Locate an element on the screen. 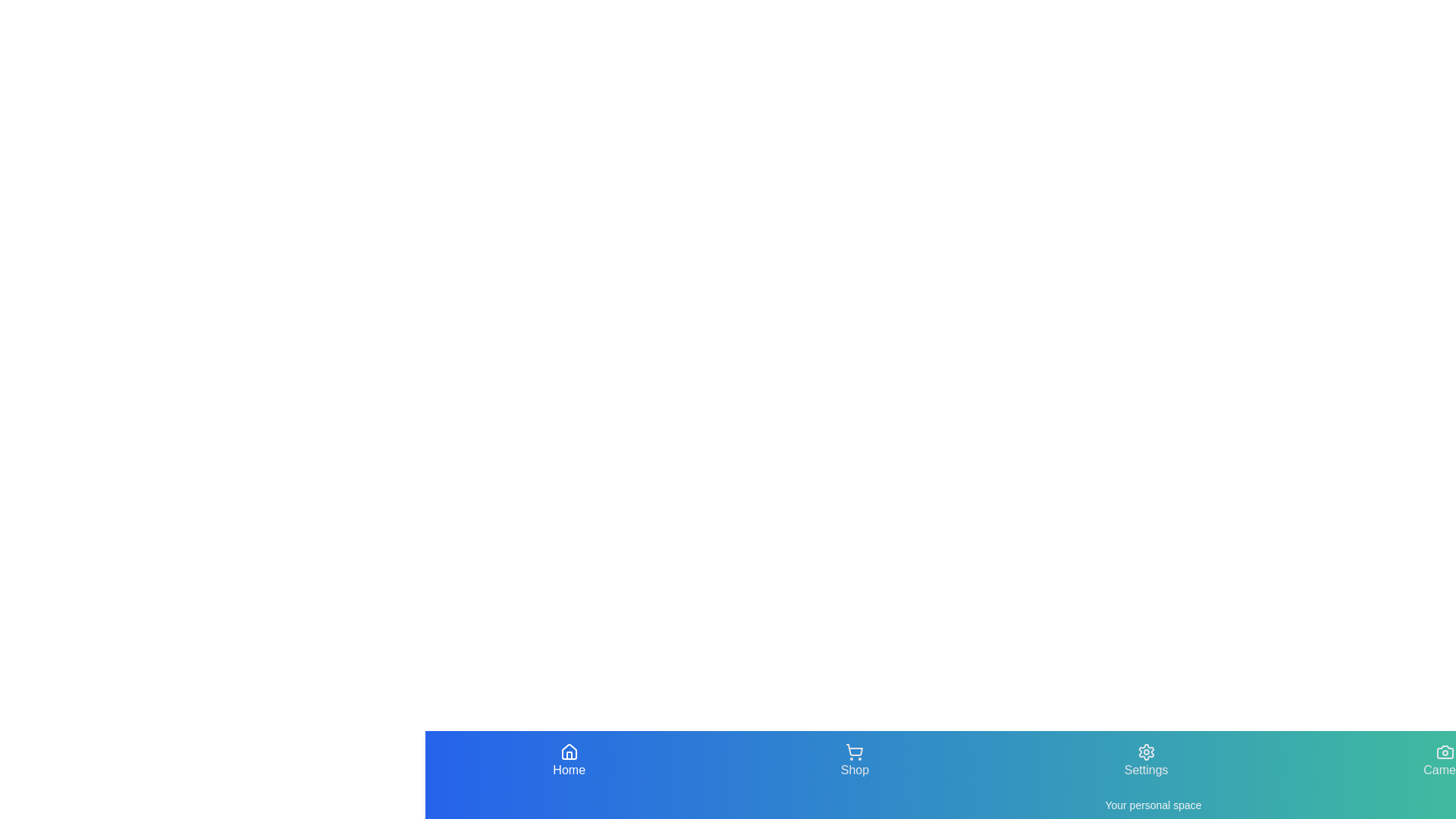 Image resolution: width=1456 pixels, height=819 pixels. the Camera navigation tab by clicking on it is located at coordinates (1444, 761).